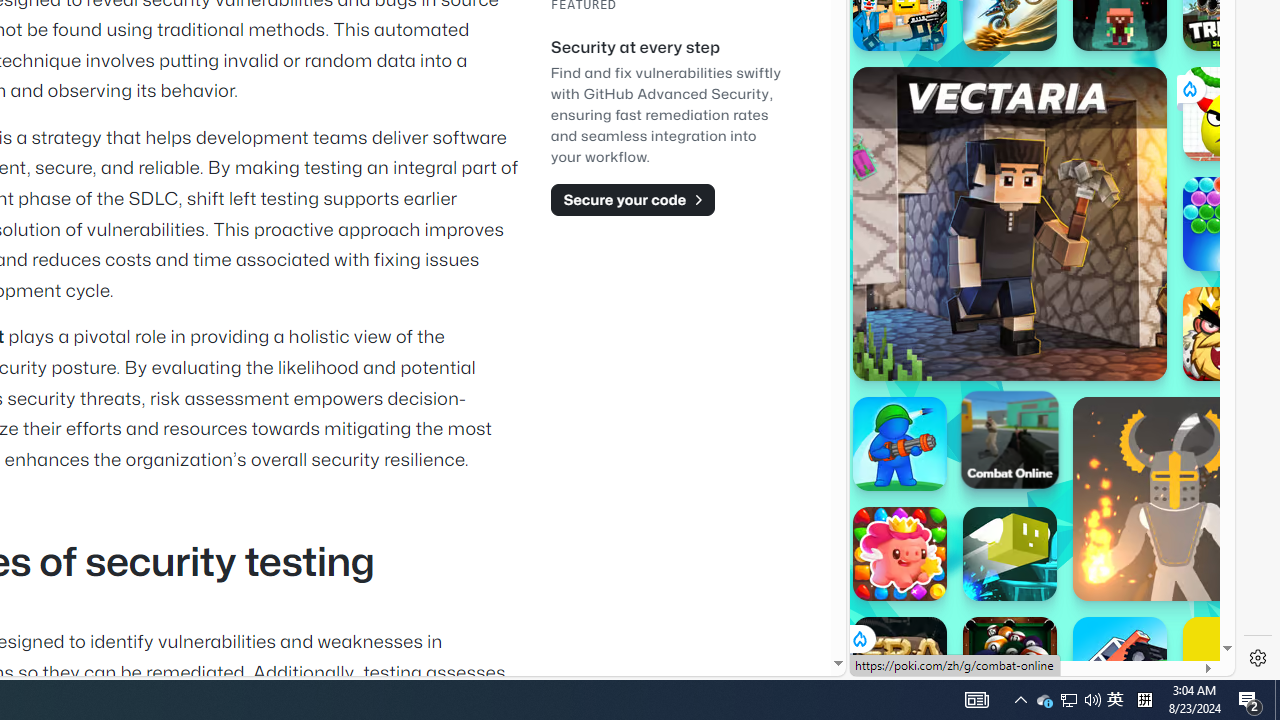 The width and height of the screenshot is (1280, 720). Describe the element at coordinates (1120, 664) in the screenshot. I see `'Monster Tracks Monster Tracks'` at that location.